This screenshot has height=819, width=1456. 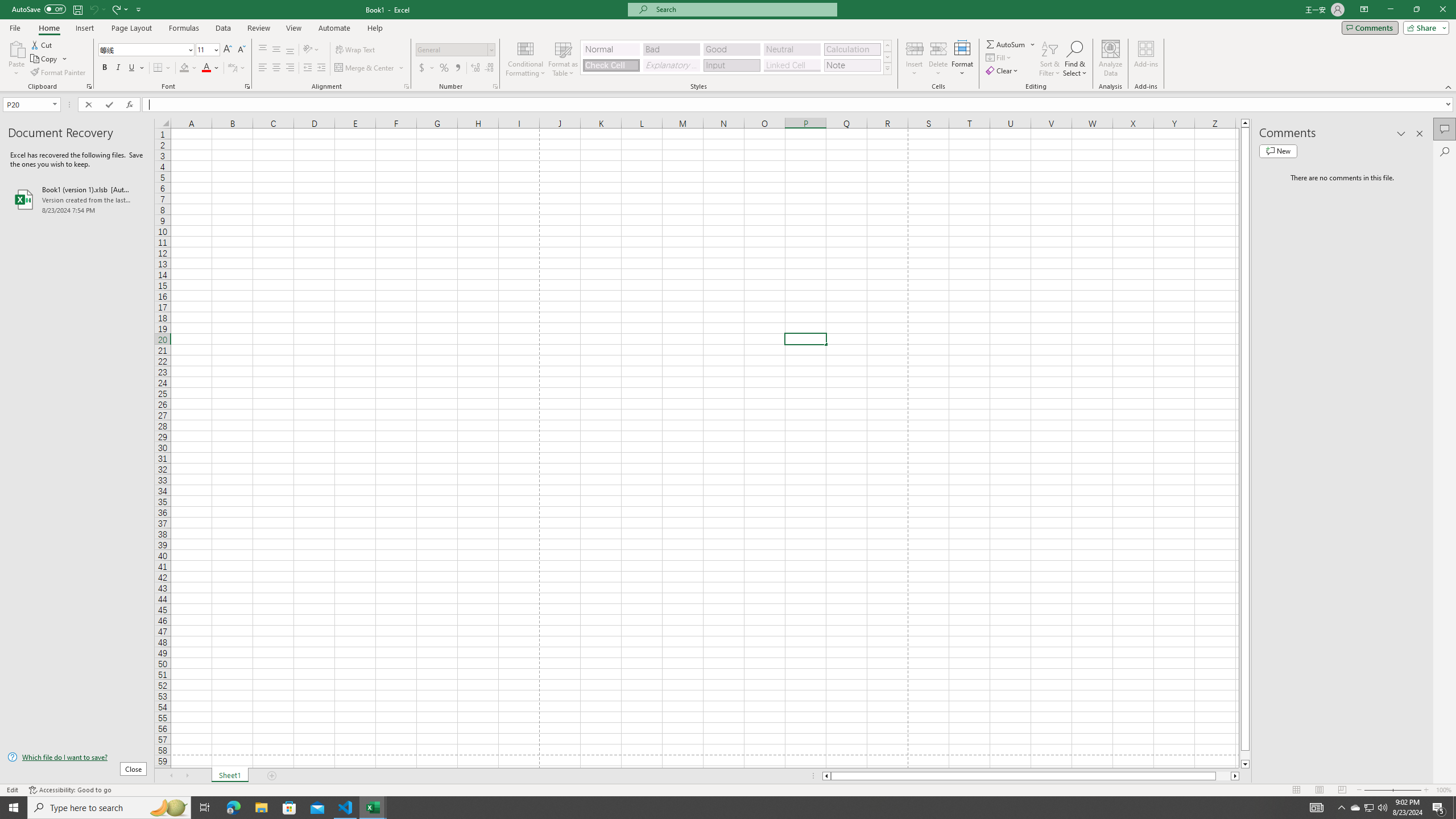 I want to click on 'Align Left', so click(x=262, y=67).